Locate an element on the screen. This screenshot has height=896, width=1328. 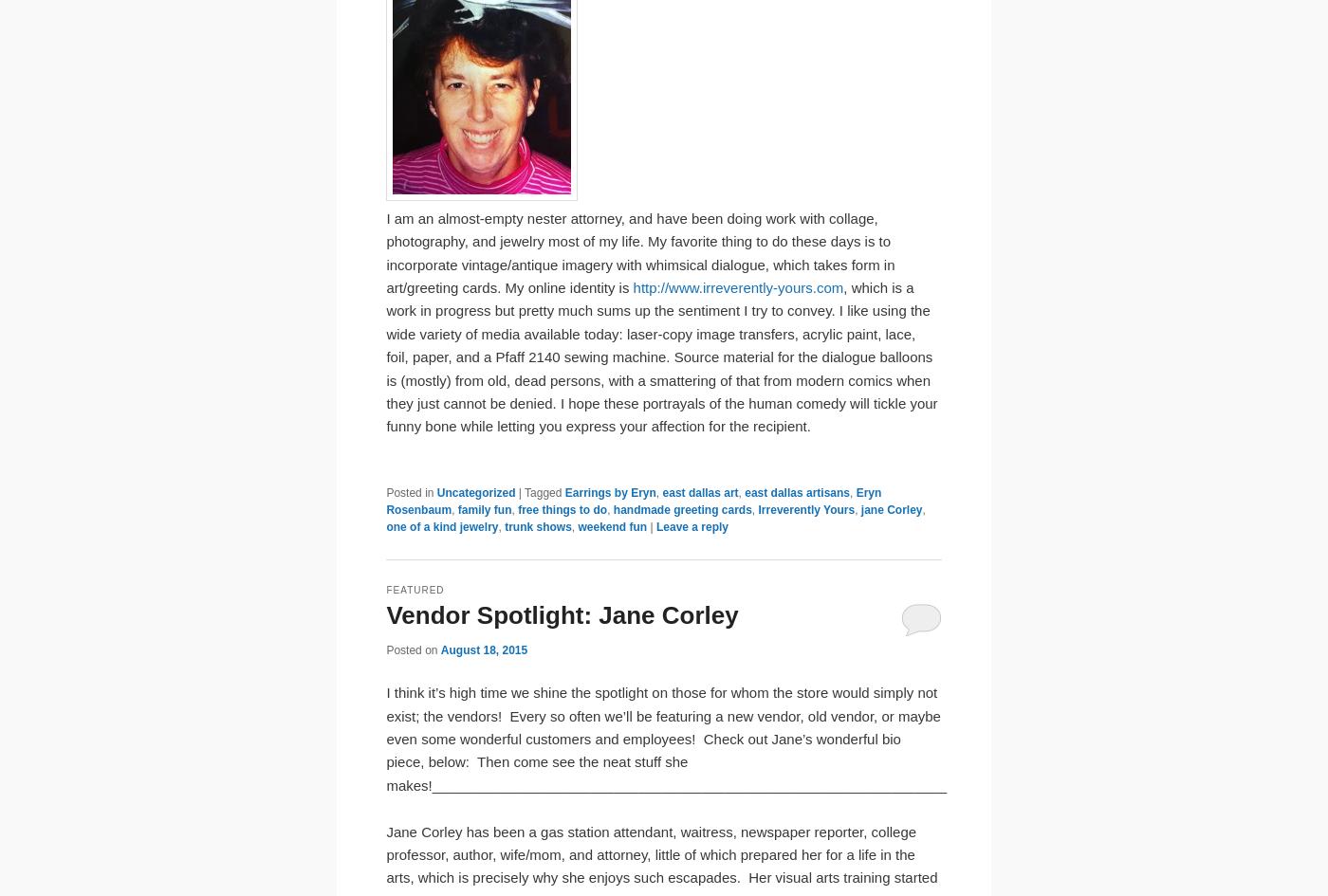
'Featured' is located at coordinates (415, 589).